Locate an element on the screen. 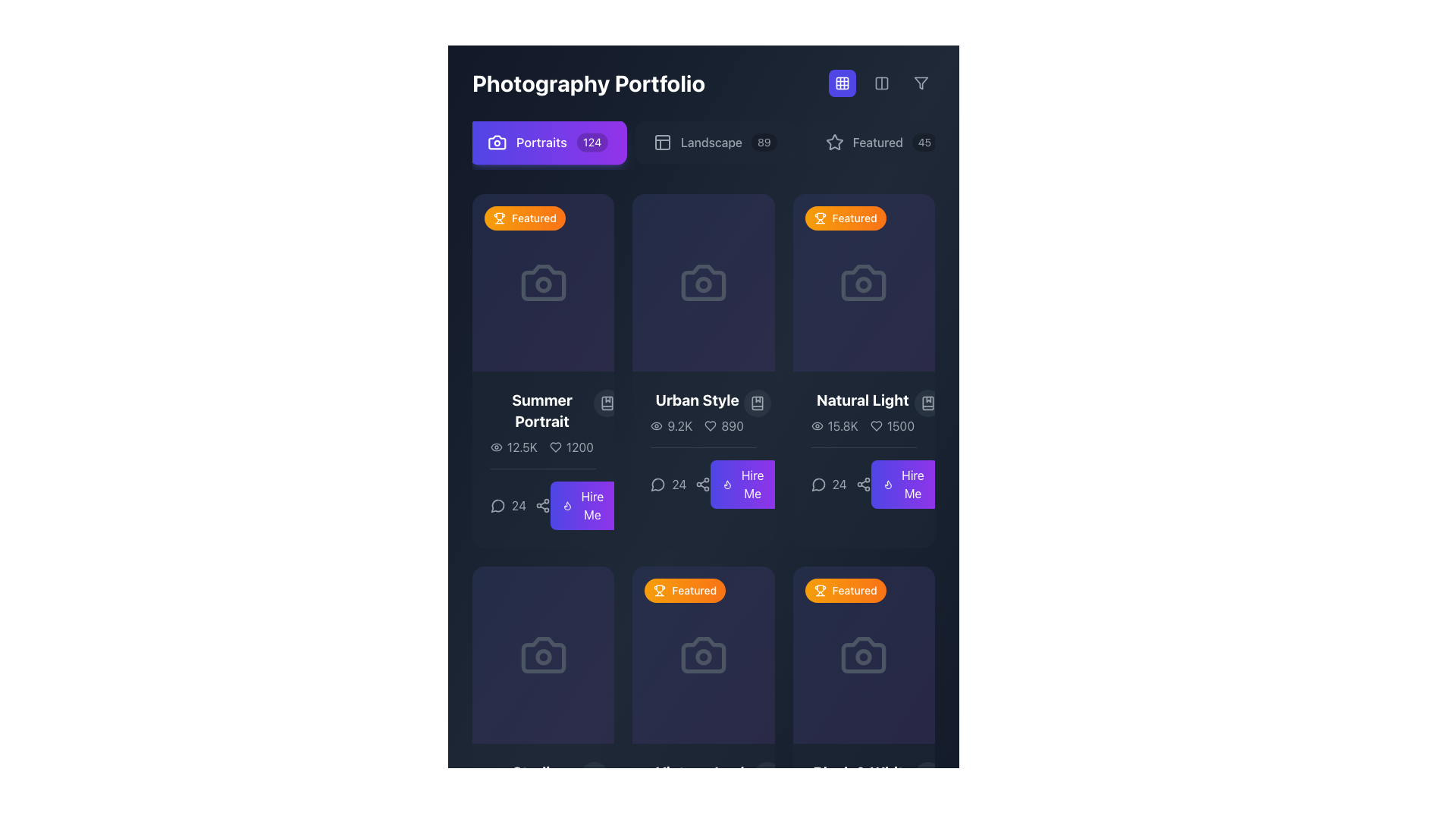 This screenshot has height=819, width=1456. the text label displaying 'Photography Portfolio', which is a large, bold white font serving as a header against a dark background is located at coordinates (588, 83).